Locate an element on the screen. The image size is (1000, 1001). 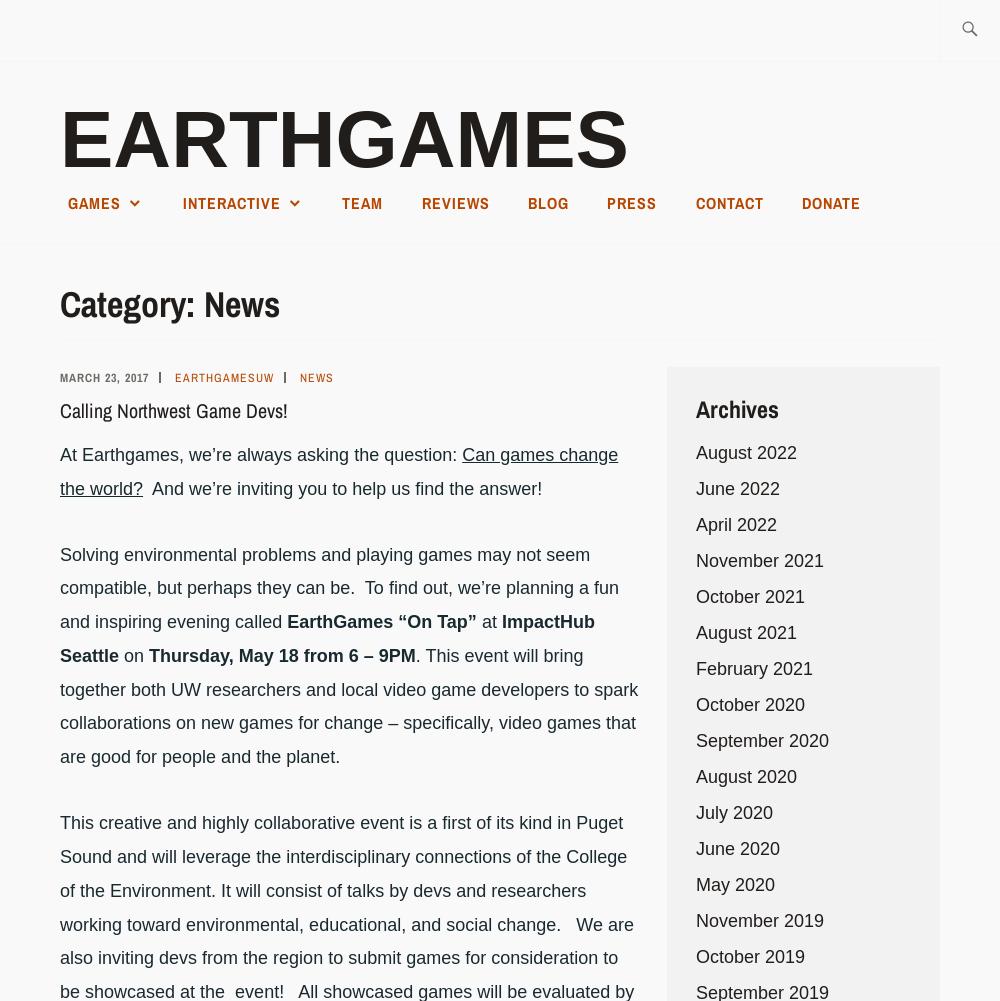
'May 2020' is located at coordinates (734, 883).